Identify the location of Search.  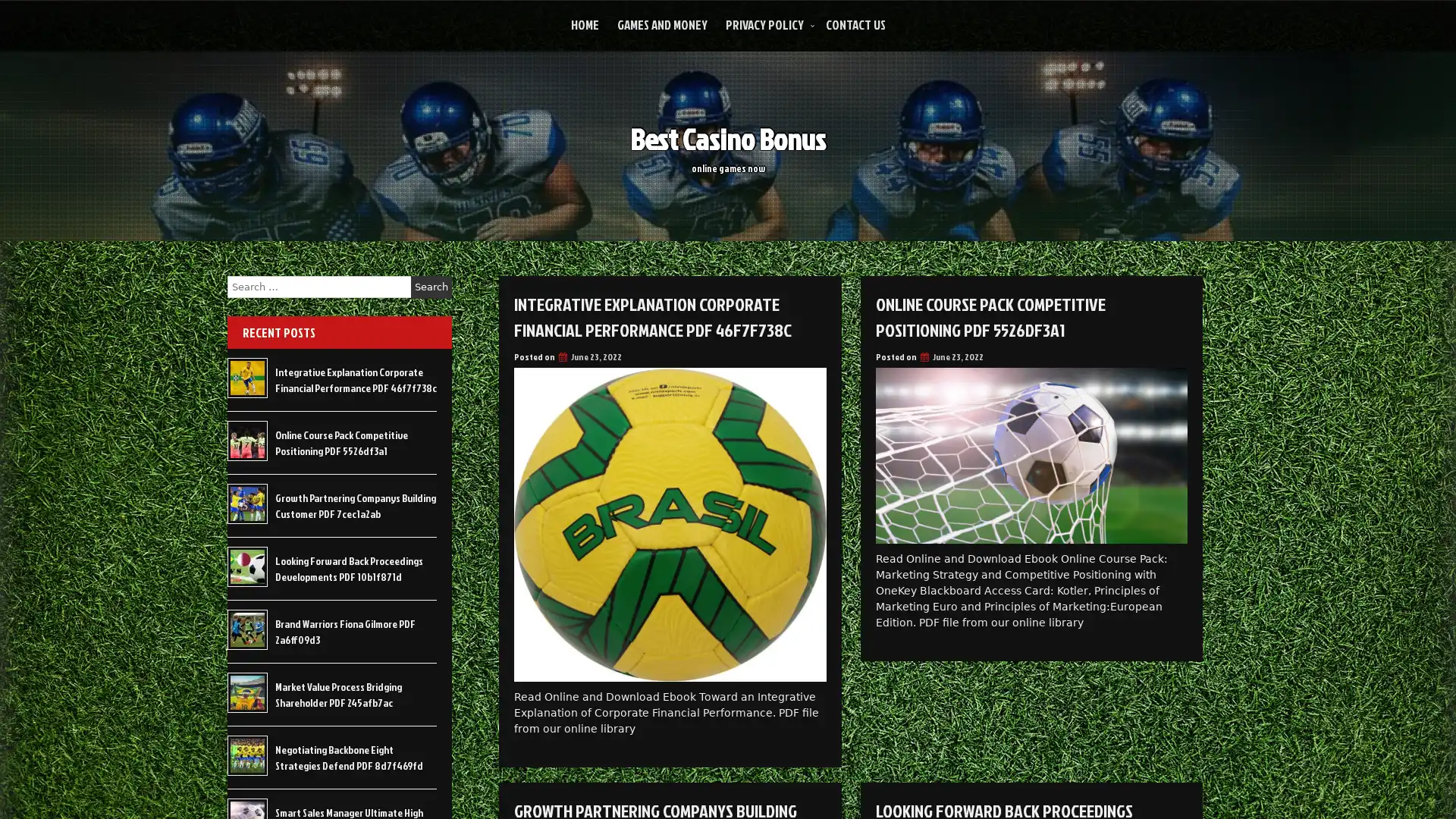
(431, 287).